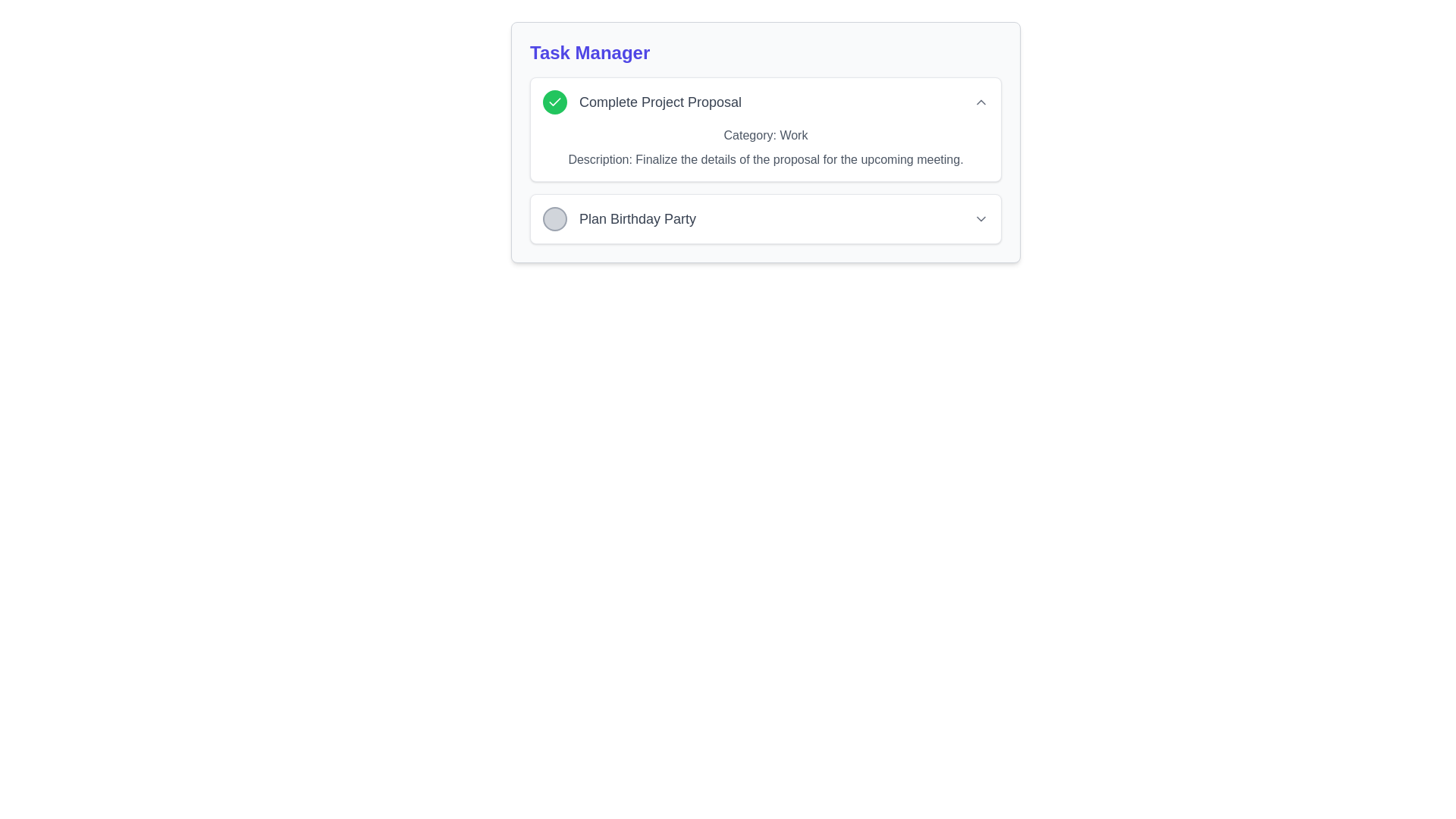 The width and height of the screenshot is (1456, 819). Describe the element at coordinates (554, 102) in the screenshot. I see `the SVG graphical element that visually represents the completion state of the task 'Complete Project Proposal', located inside the green circular icon to the left of the text` at that location.